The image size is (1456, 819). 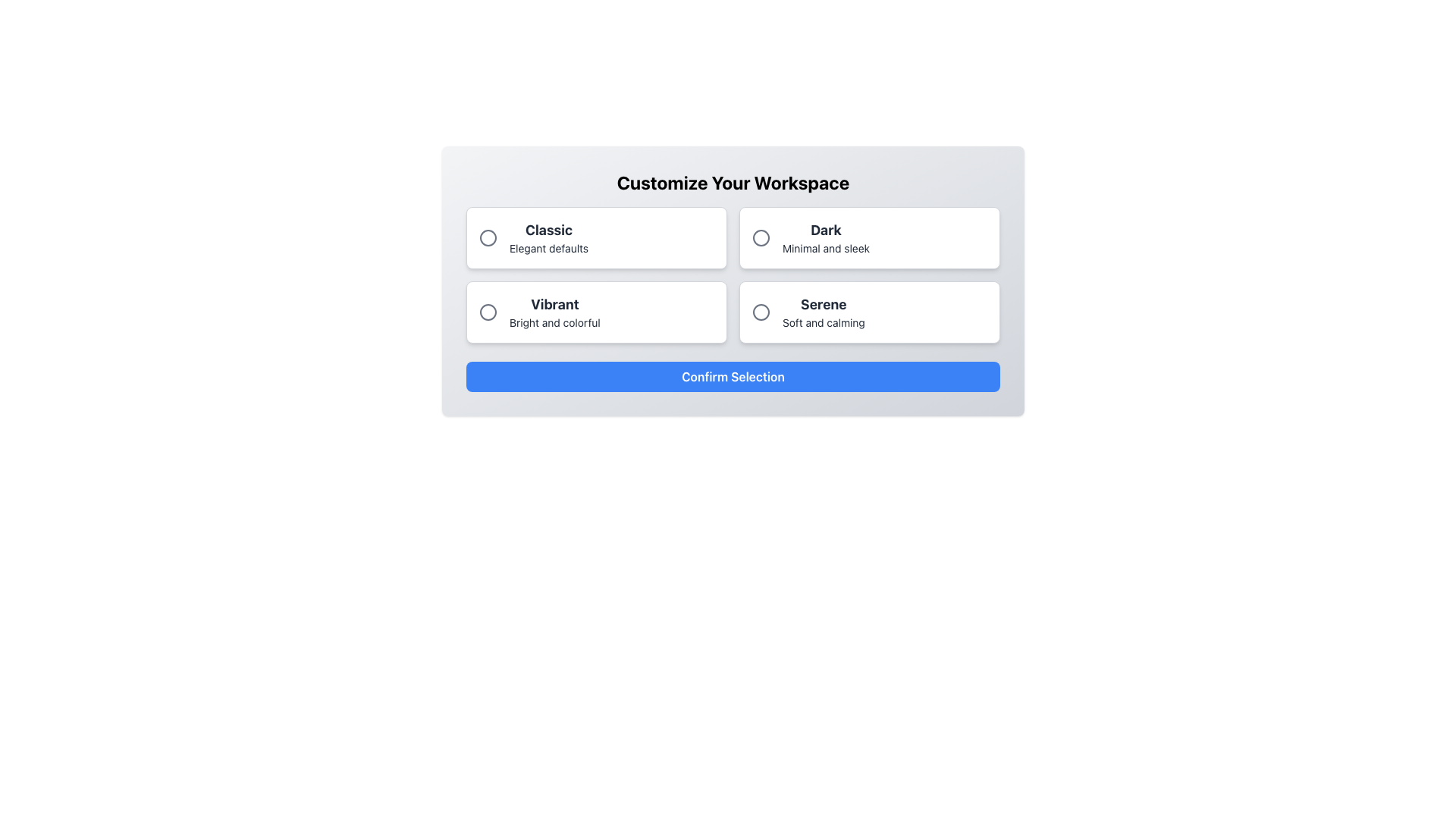 What do you see at coordinates (488, 312) in the screenshot?
I see `the circle graphic element within the 'Vibrant' option to interact with the selection` at bounding box center [488, 312].